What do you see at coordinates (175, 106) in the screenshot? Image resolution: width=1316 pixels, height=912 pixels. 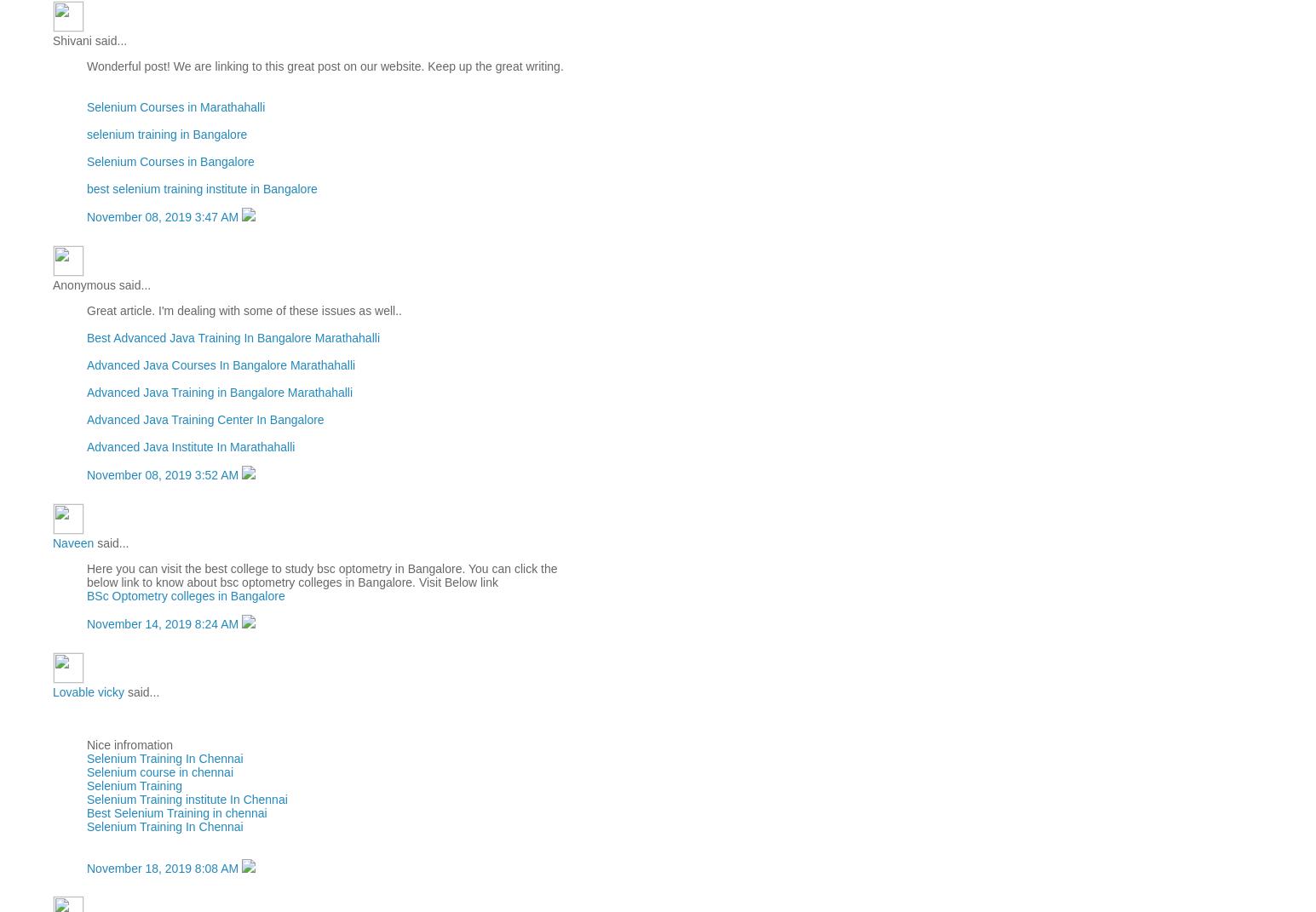 I see `'Selenium Courses in Marathahalli'` at bounding box center [175, 106].